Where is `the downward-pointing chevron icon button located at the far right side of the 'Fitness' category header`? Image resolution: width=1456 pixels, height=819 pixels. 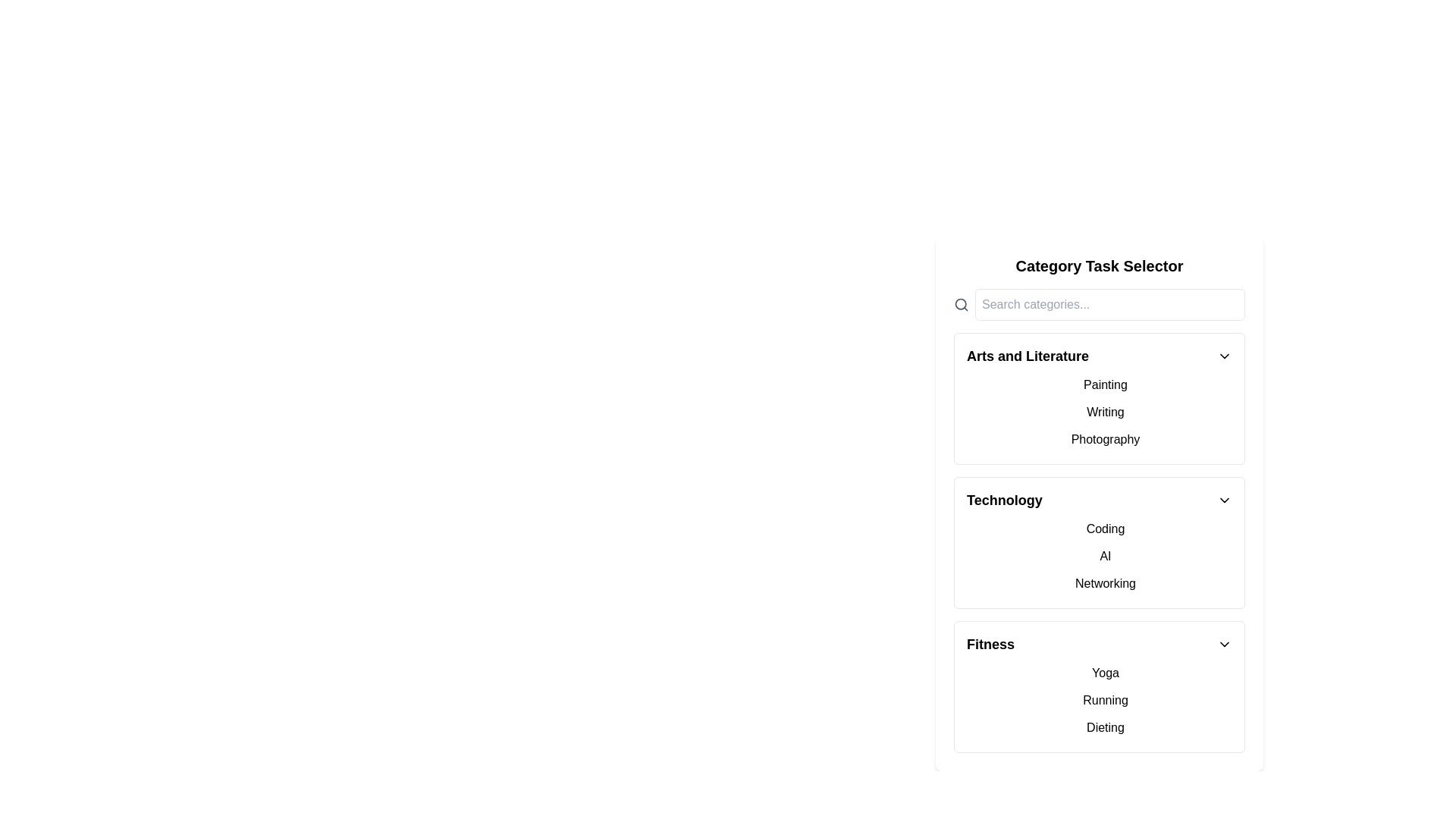
the downward-pointing chevron icon button located at the far right side of the 'Fitness' category header is located at coordinates (1224, 644).